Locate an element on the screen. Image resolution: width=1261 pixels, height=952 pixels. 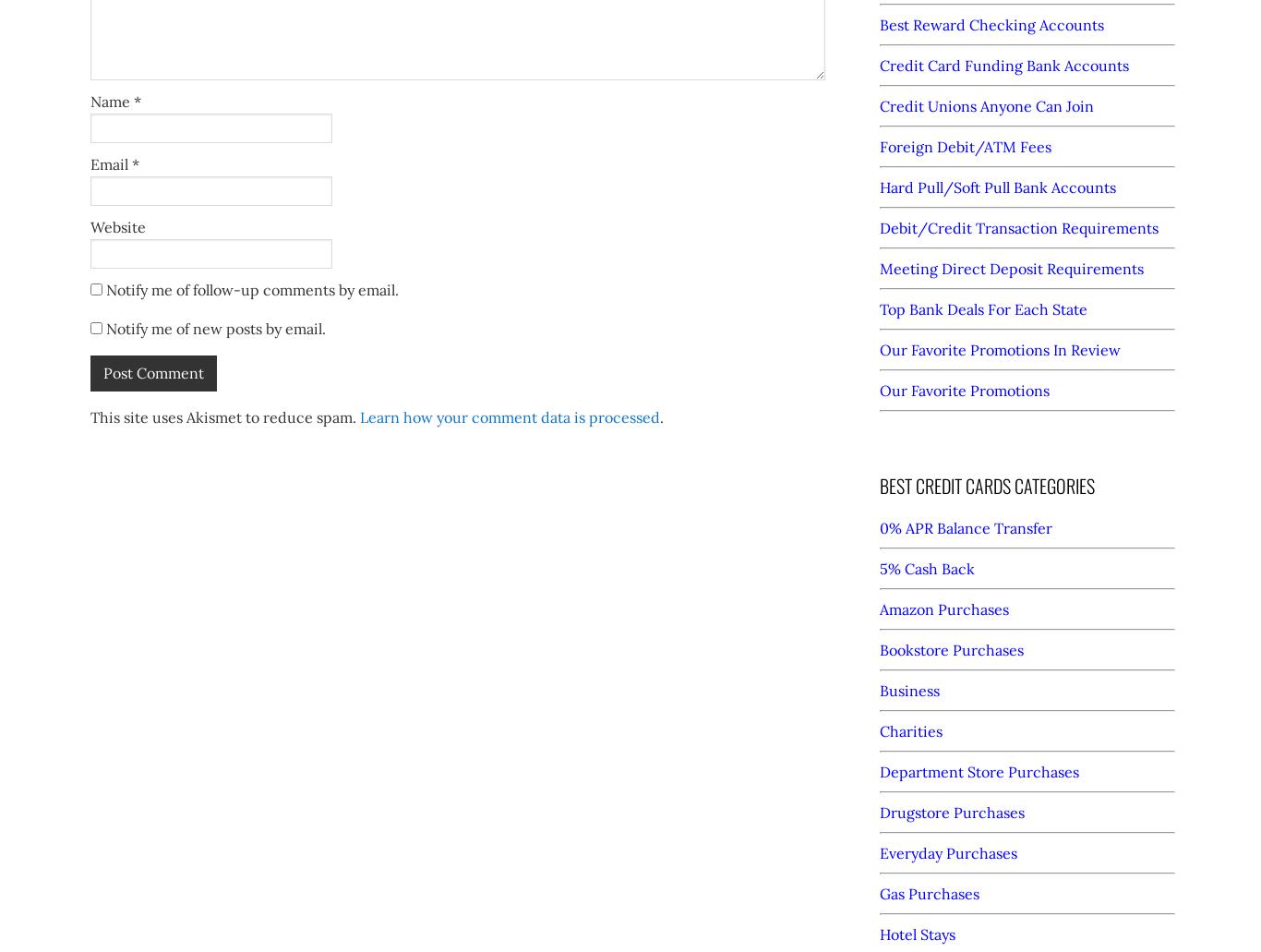
'Website' is located at coordinates (116, 226).